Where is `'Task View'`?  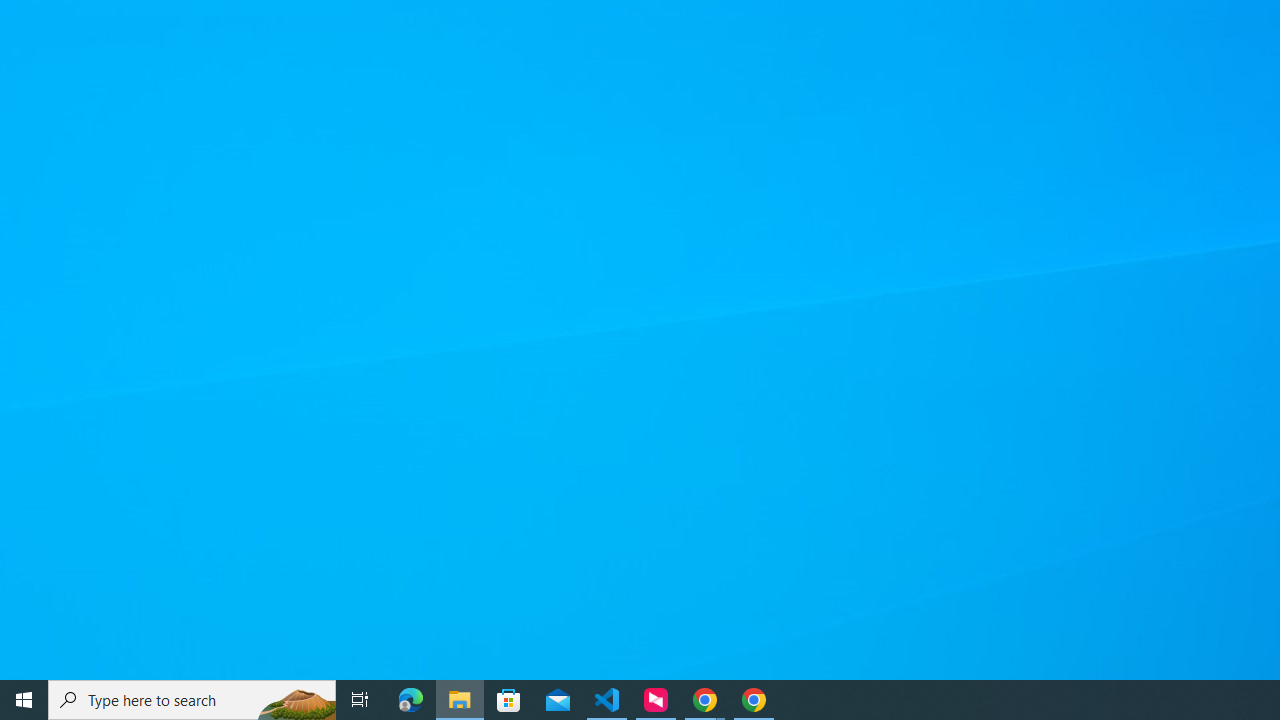
'Task View' is located at coordinates (359, 698).